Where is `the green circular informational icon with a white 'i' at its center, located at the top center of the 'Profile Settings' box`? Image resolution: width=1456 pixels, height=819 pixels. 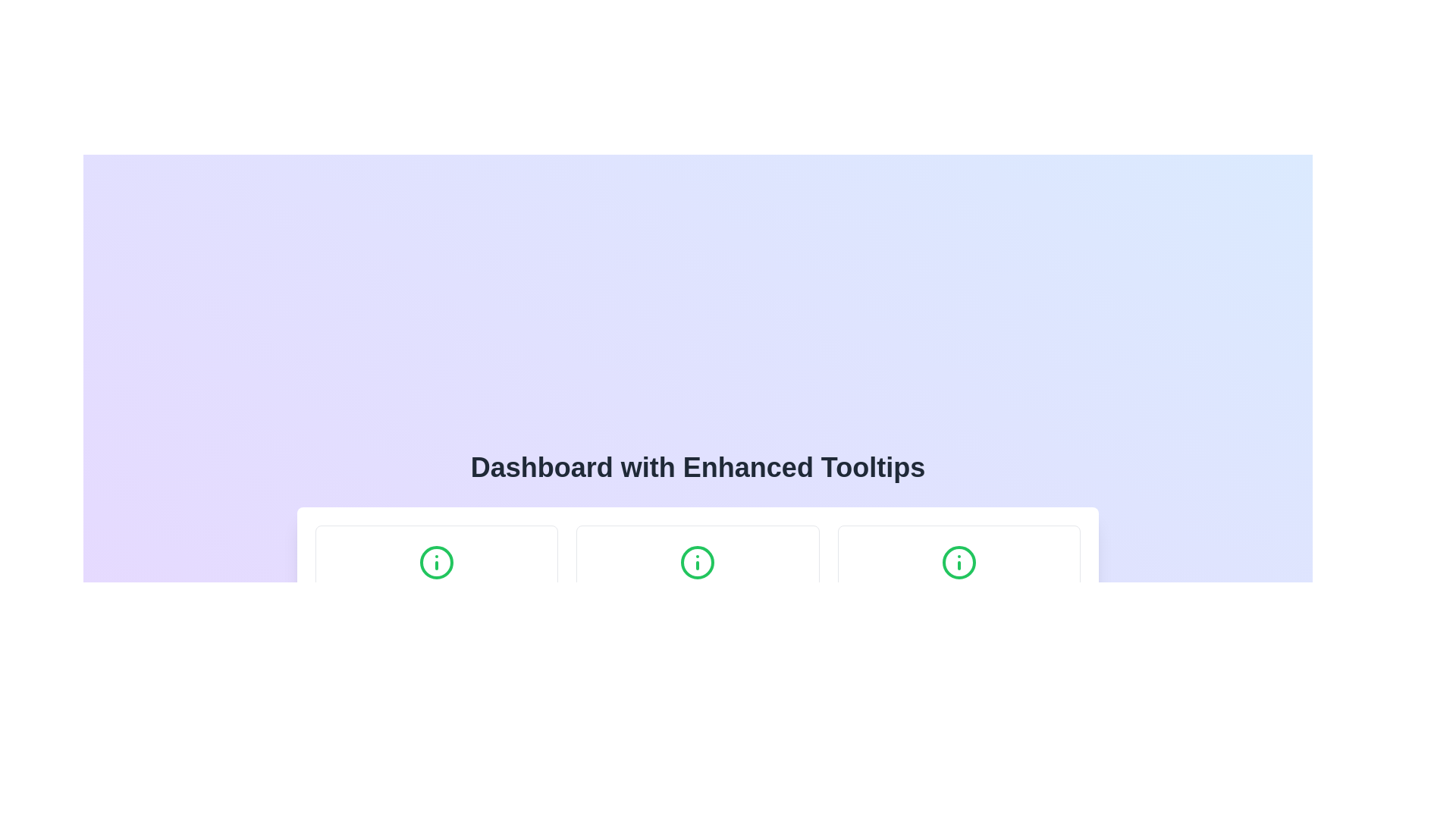
the green circular informational icon with a white 'i' at its center, located at the top center of the 'Profile Settings' box is located at coordinates (436, 562).